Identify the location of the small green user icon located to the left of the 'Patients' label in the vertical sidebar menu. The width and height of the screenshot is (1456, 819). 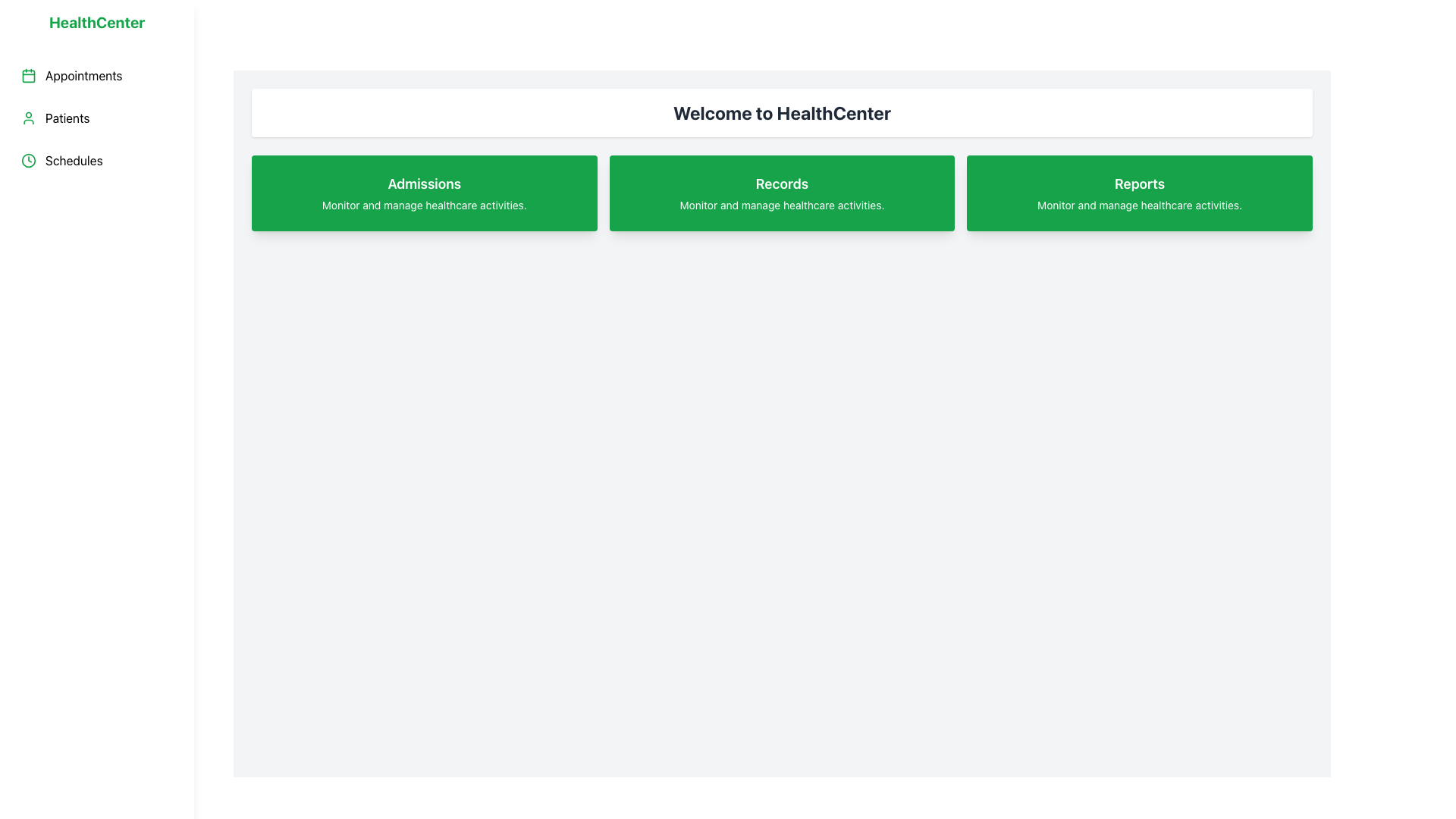
(29, 117).